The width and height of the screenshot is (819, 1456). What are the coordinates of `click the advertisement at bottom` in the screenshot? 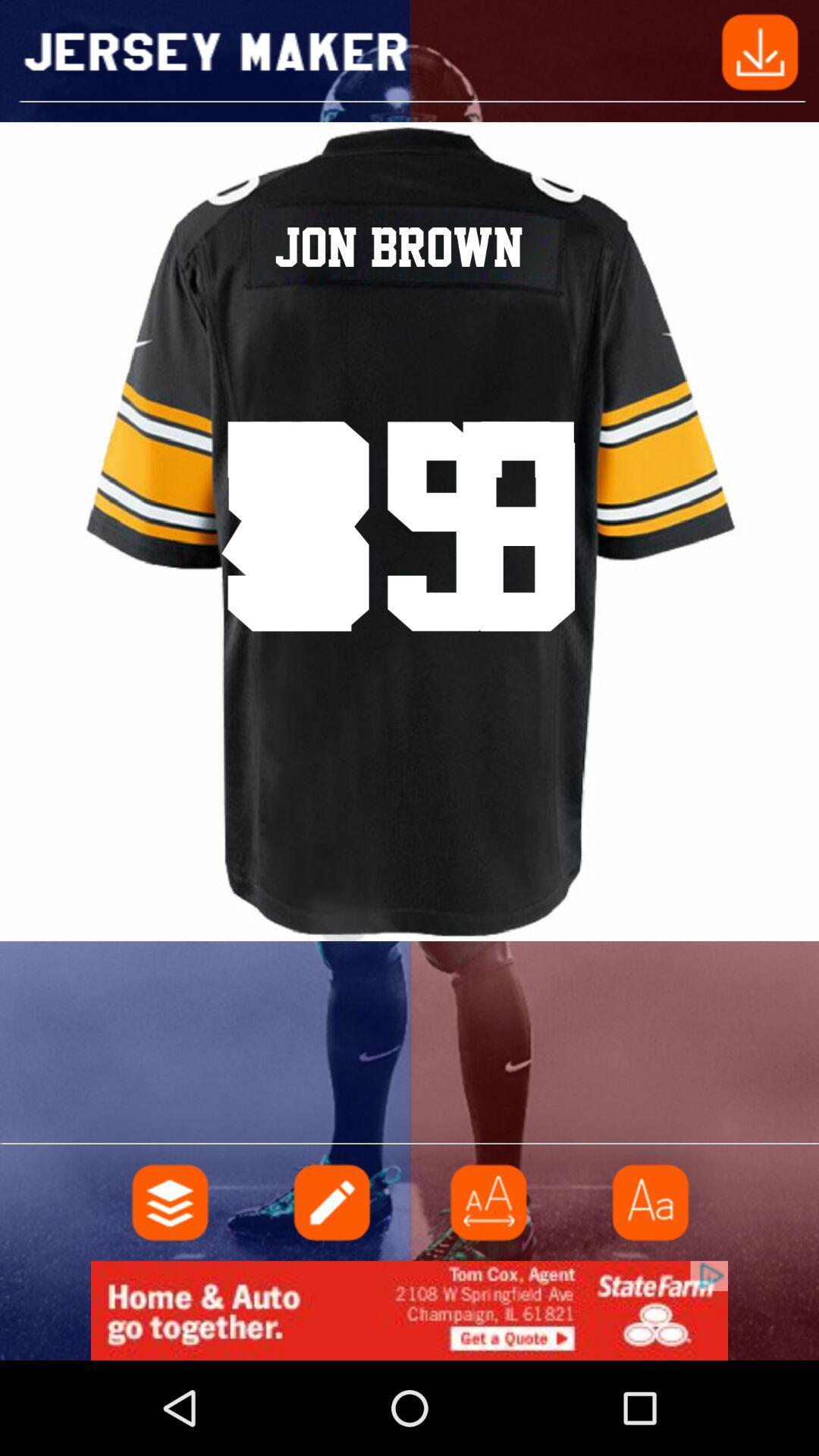 It's located at (409, 1310).